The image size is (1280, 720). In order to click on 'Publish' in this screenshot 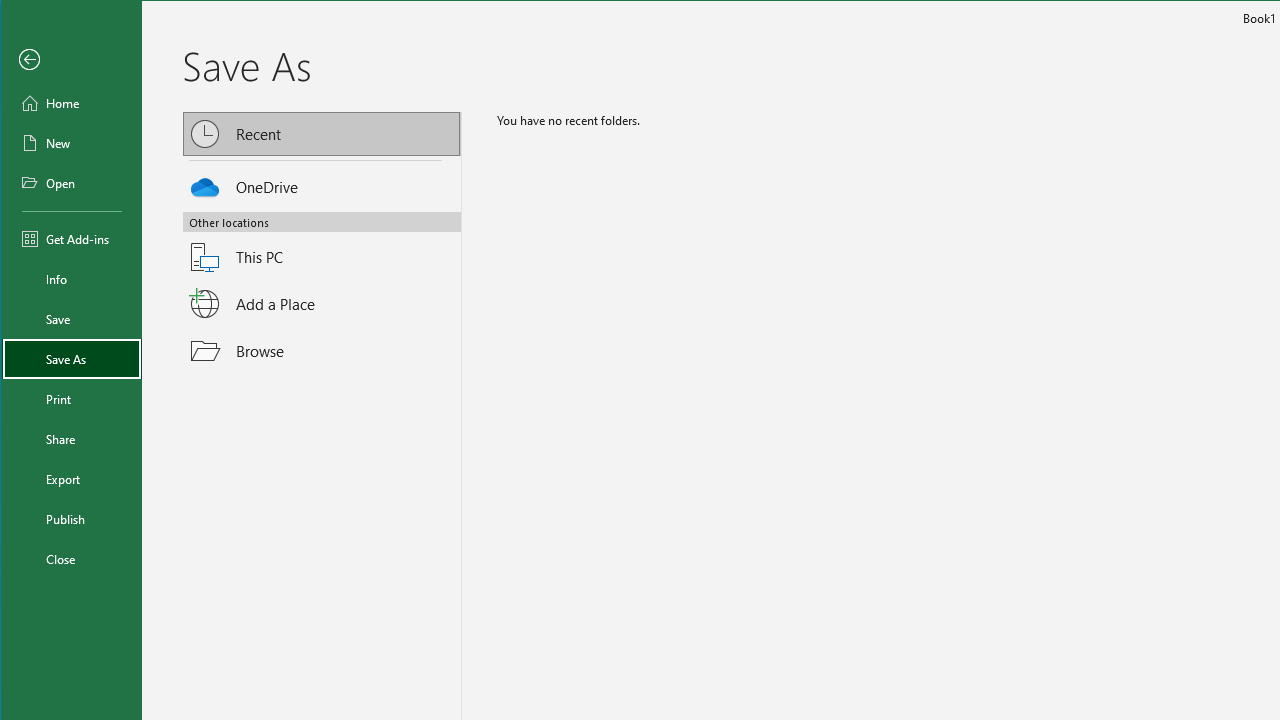, I will do `click(72, 518)`.